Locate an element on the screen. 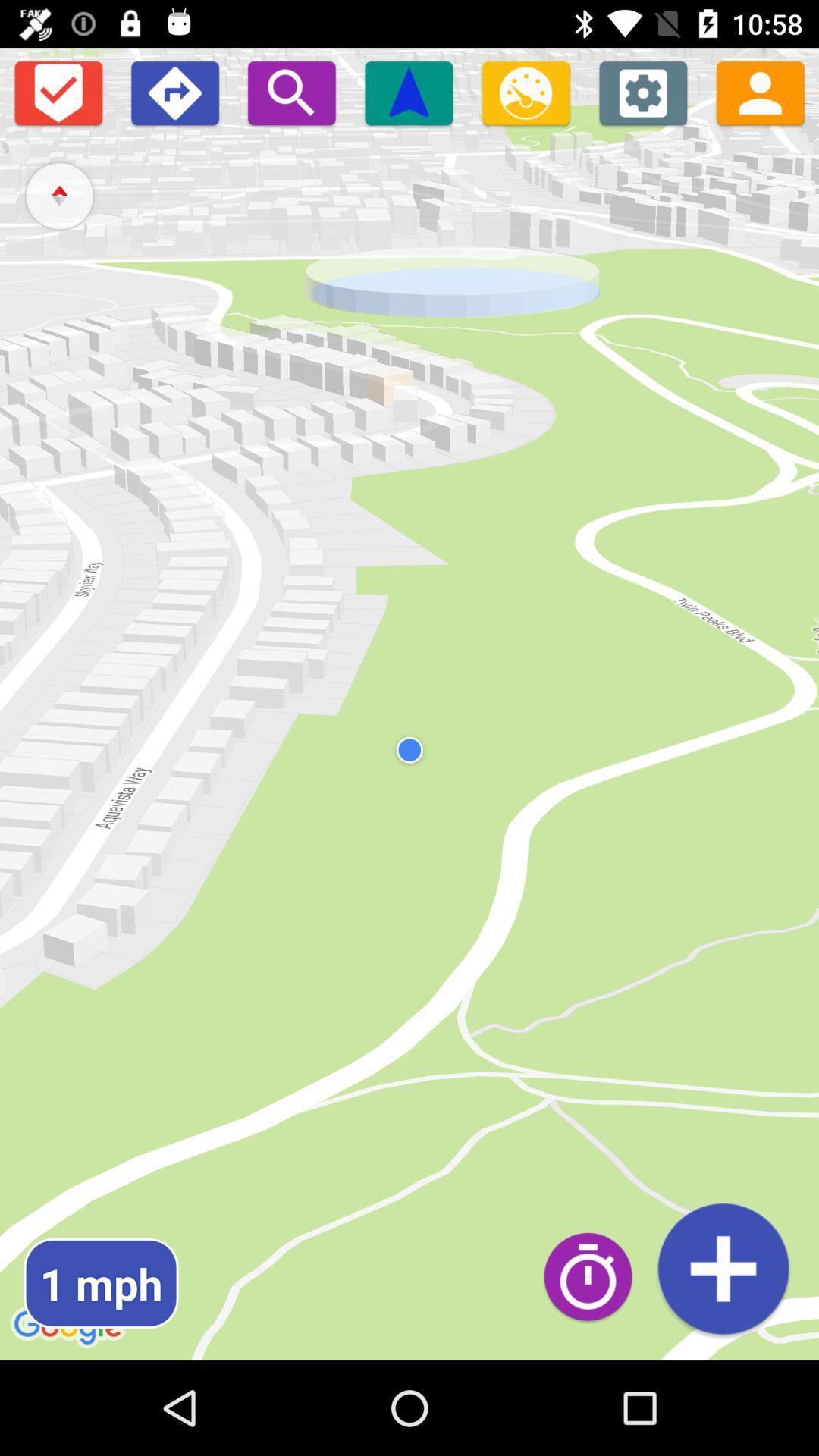 The image size is (819, 1456). settings page is located at coordinates (643, 92).